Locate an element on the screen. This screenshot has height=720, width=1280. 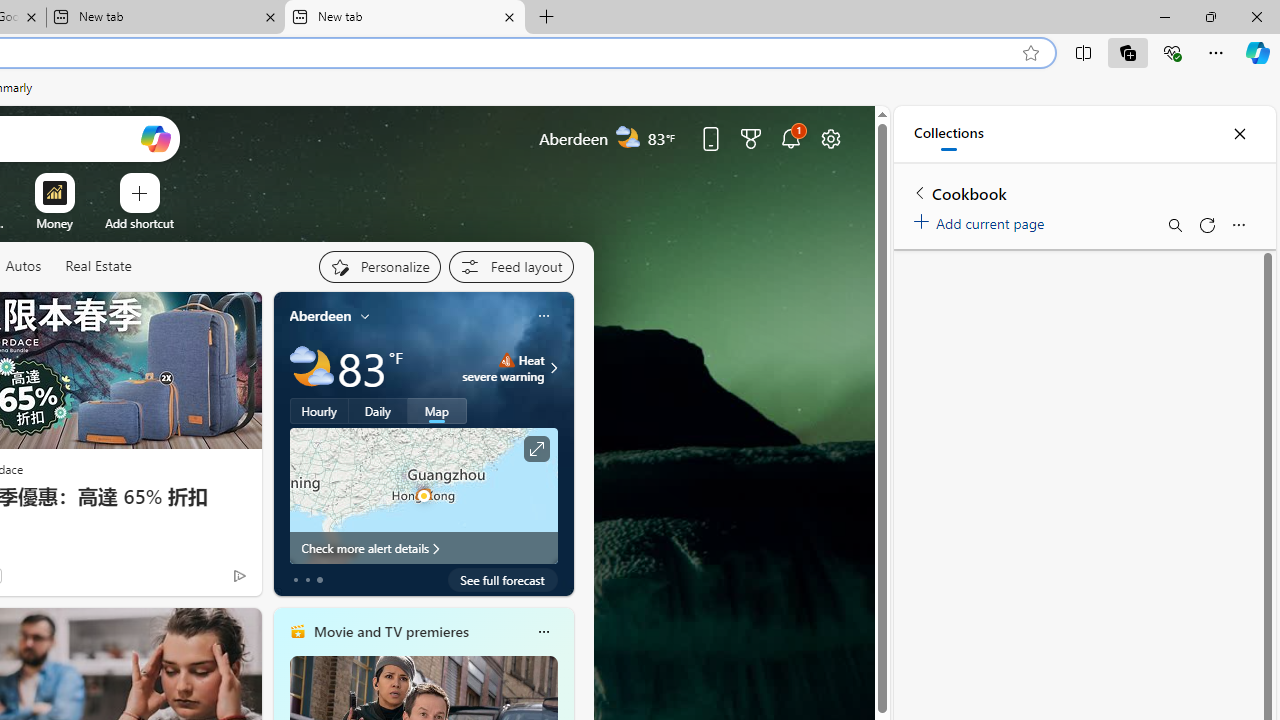
'See full forecast' is located at coordinates (502, 579).